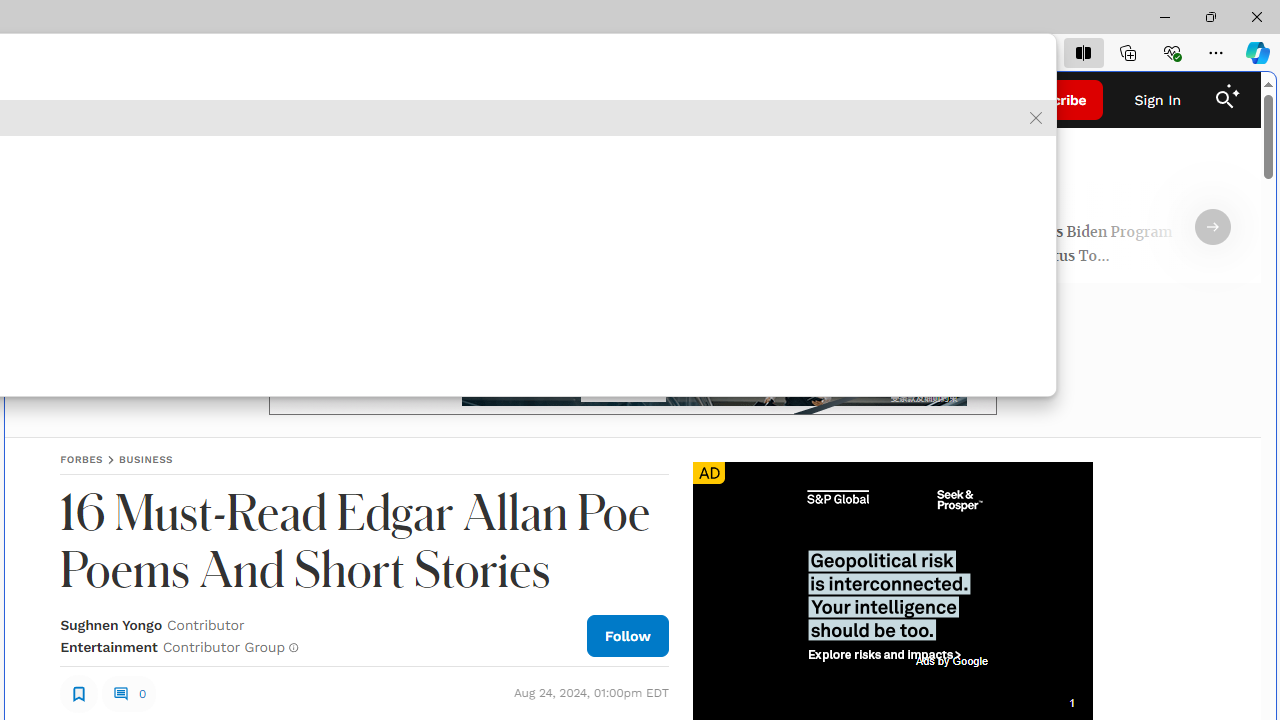 Image resolution: width=1280 pixels, height=720 pixels. What do you see at coordinates (1232, 91) in the screenshot?
I see `'Class: sparkles_svg__fs-icon sparkles_svg__fs-icon--sparkles'` at bounding box center [1232, 91].